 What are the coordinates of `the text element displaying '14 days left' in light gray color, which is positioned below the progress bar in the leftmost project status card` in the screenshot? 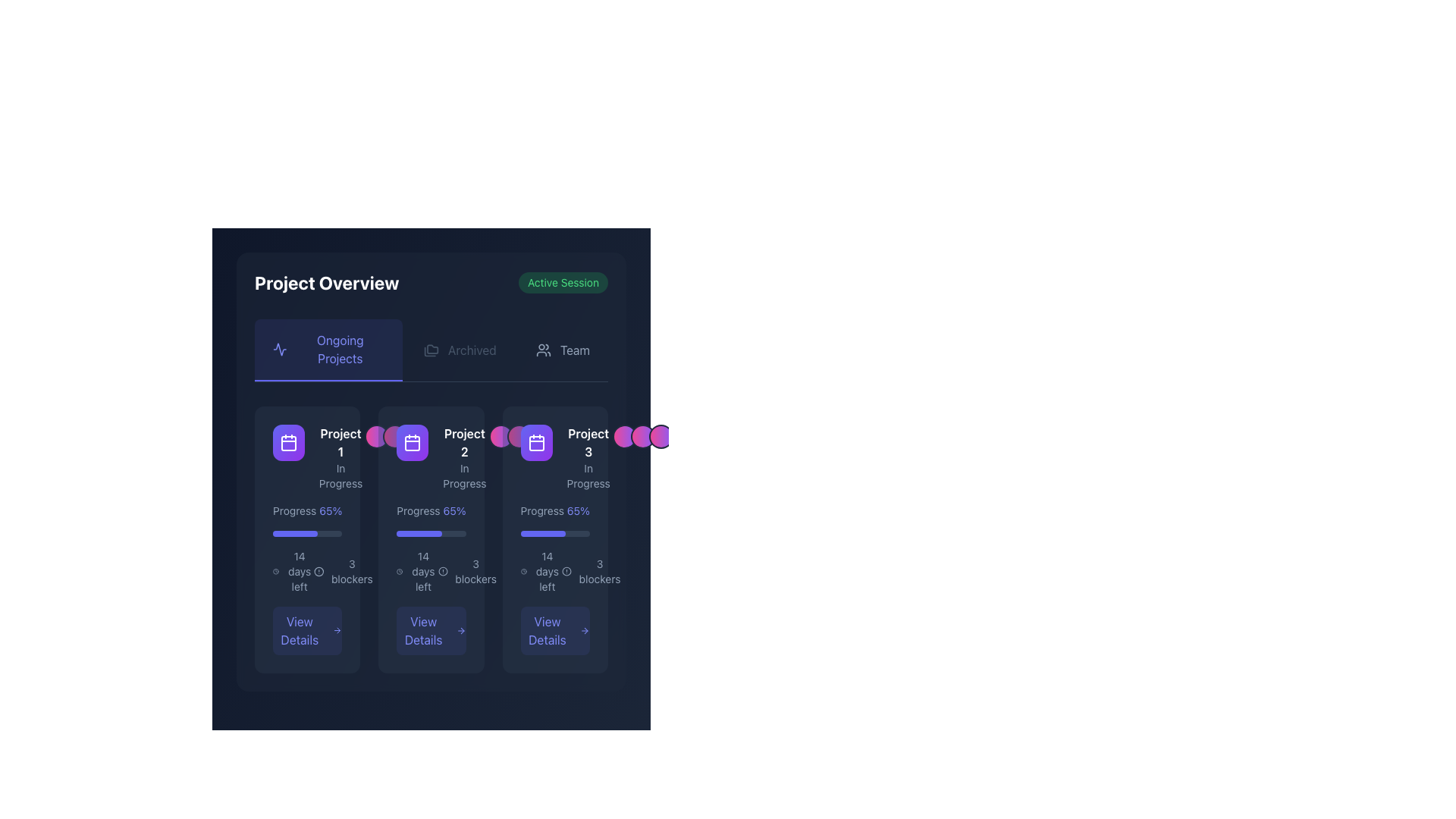 It's located at (293, 571).